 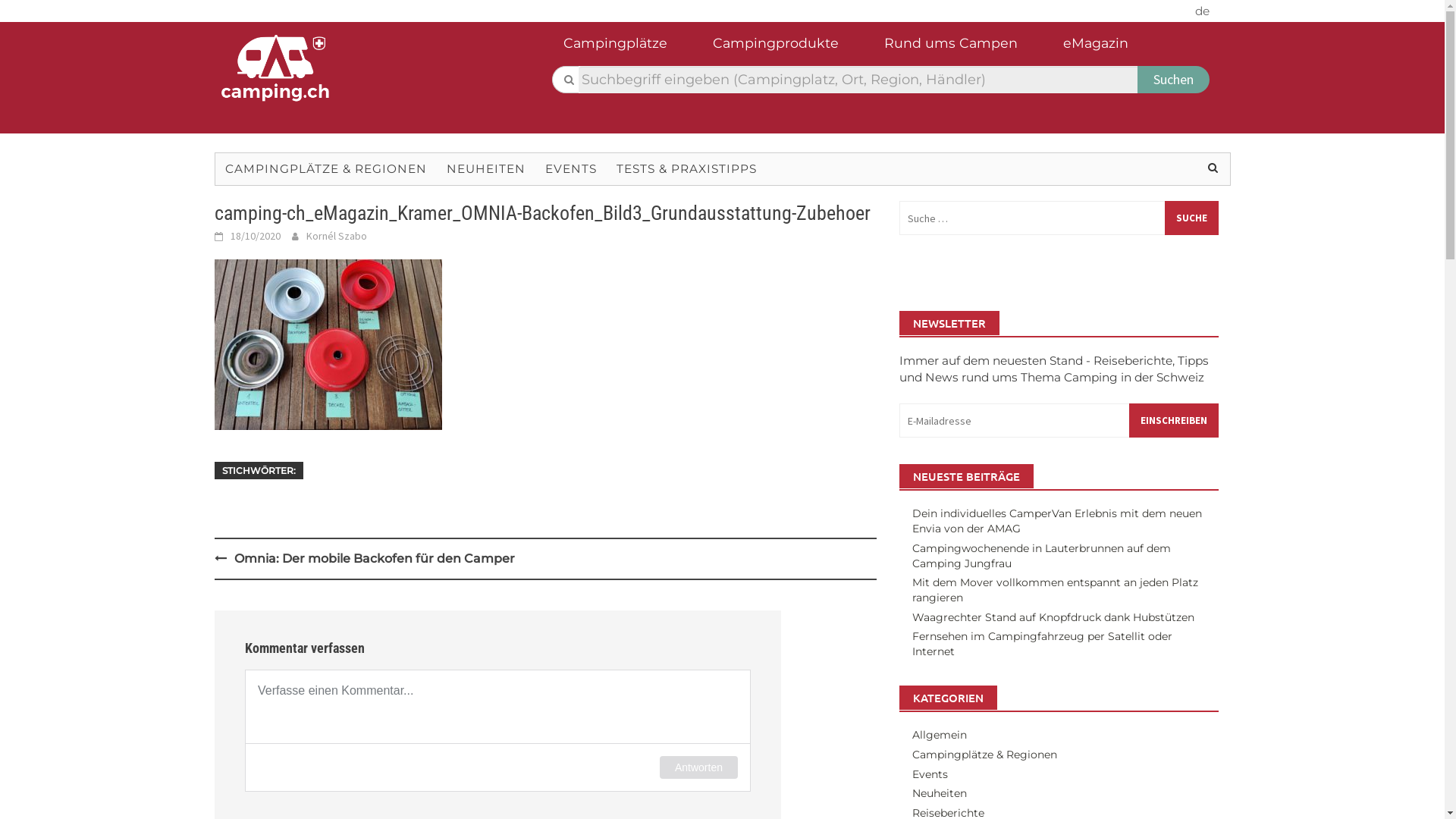 I want to click on 'TESTS & PRAXISTIPPS', so click(x=686, y=169).